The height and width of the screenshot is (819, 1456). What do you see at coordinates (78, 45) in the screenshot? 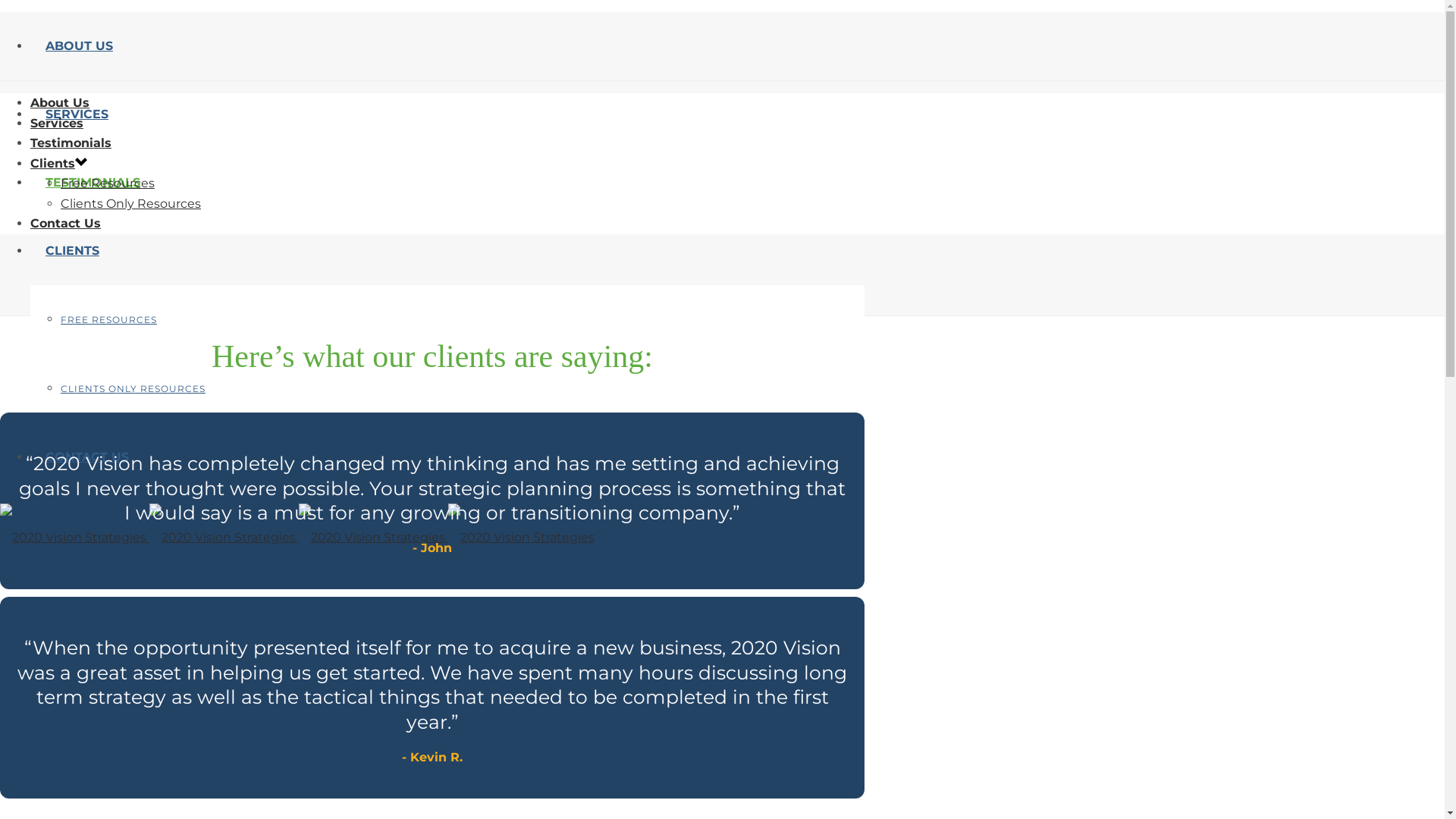
I see `'ABOUT US'` at bounding box center [78, 45].